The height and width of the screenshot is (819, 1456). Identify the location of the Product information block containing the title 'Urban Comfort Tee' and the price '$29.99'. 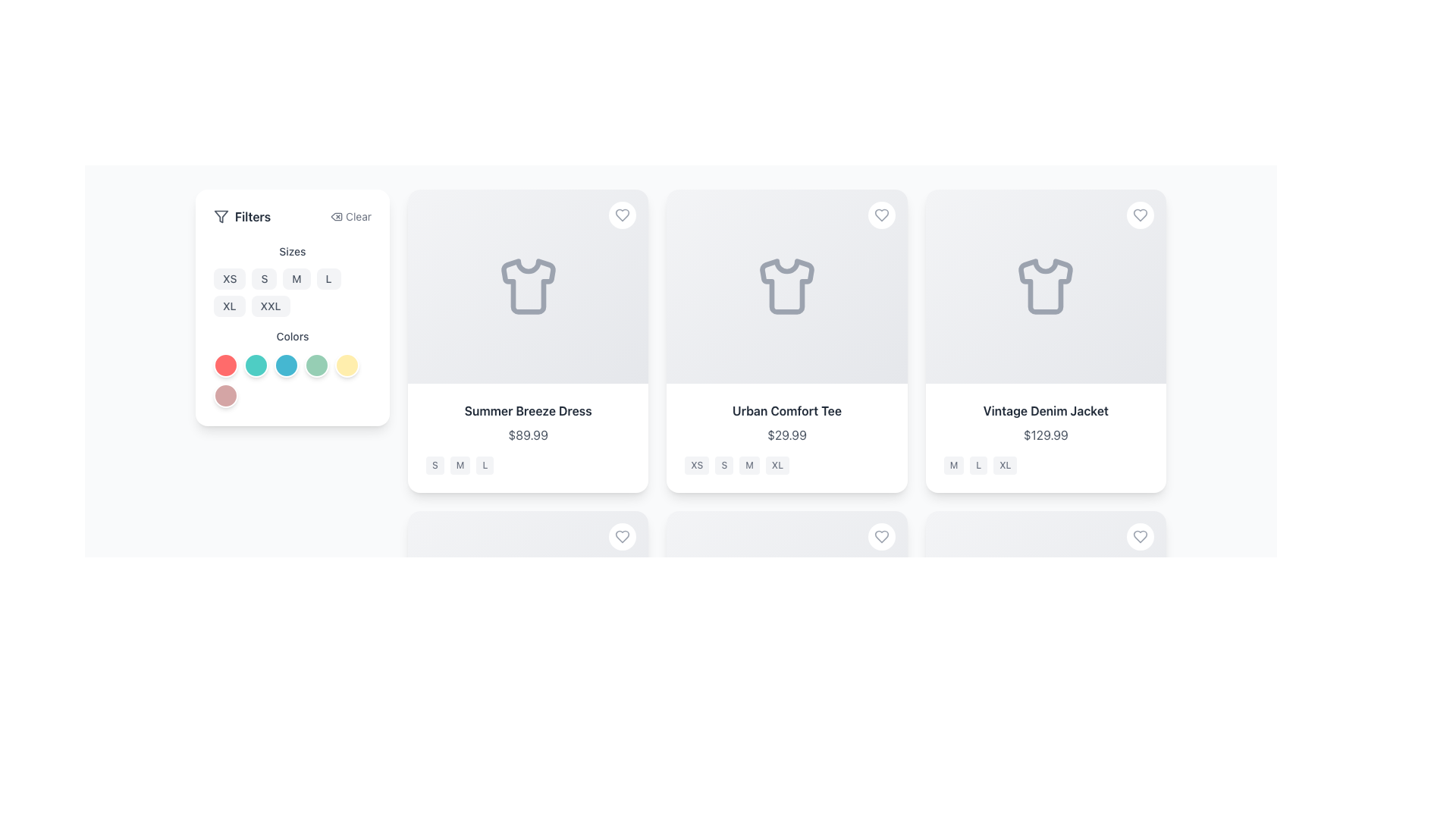
(786, 438).